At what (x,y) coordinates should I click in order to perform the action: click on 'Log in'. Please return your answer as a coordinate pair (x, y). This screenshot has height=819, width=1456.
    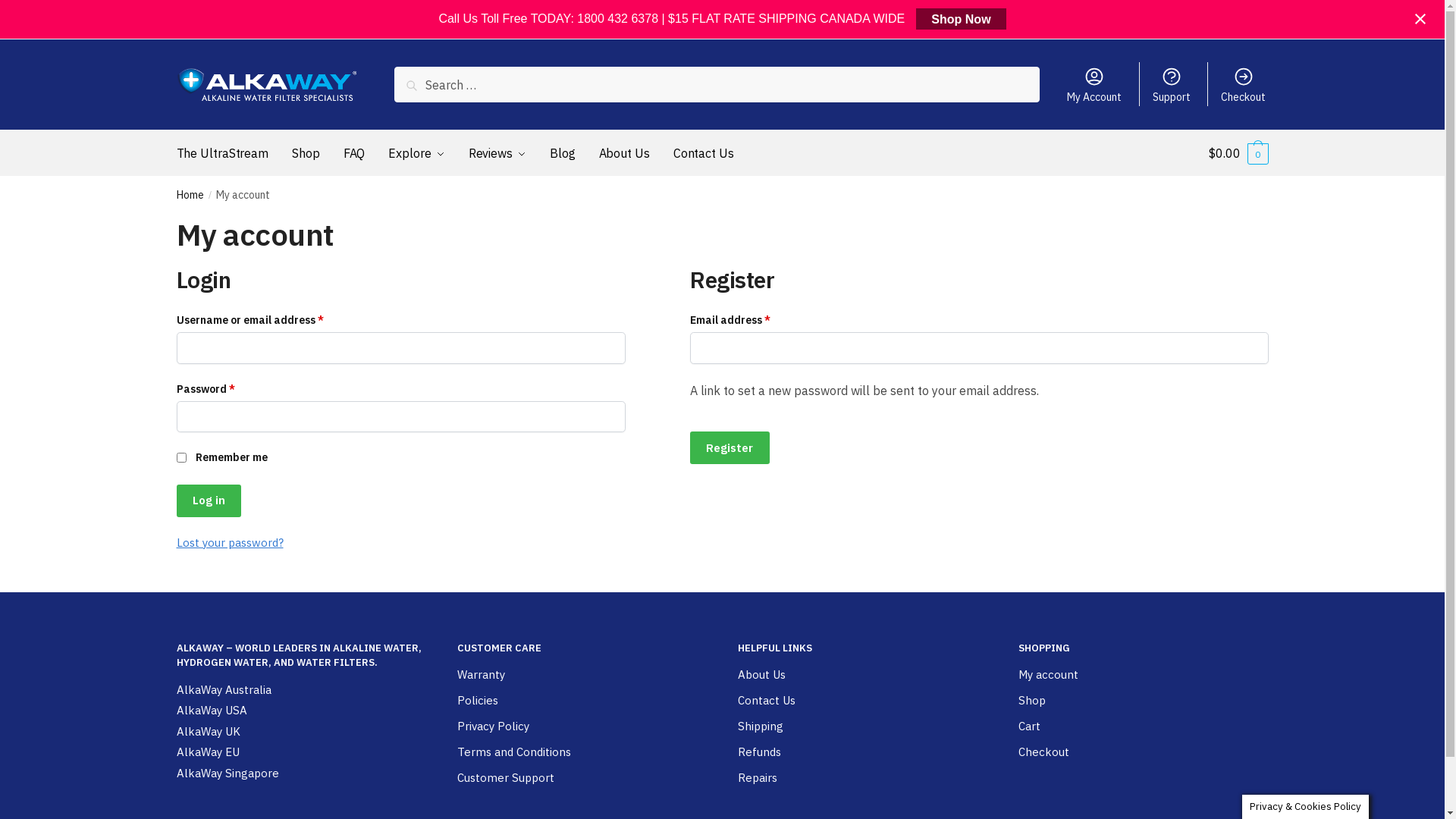
    Looking at the image, I should click on (175, 500).